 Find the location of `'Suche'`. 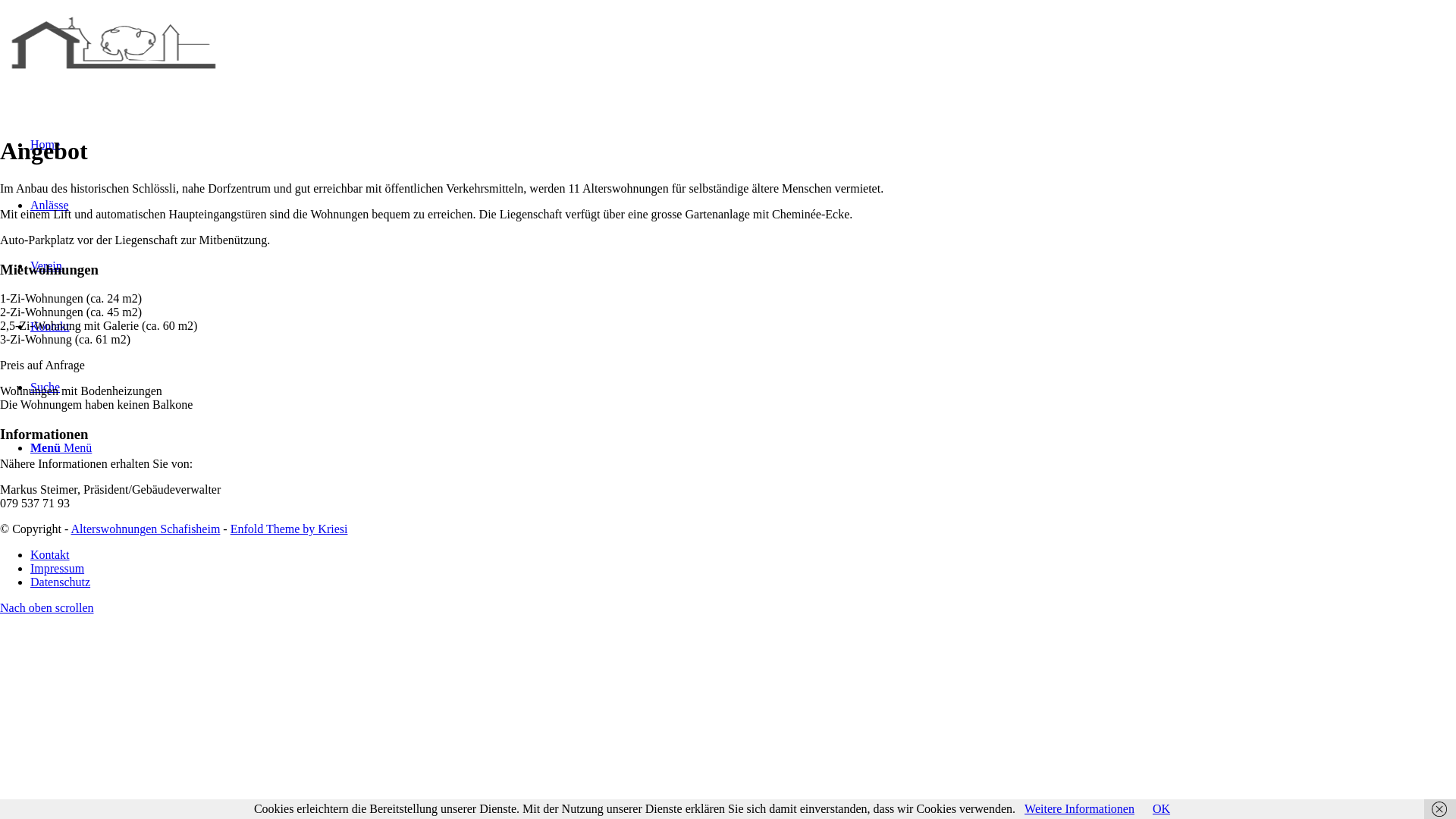

'Suche' is located at coordinates (45, 386).